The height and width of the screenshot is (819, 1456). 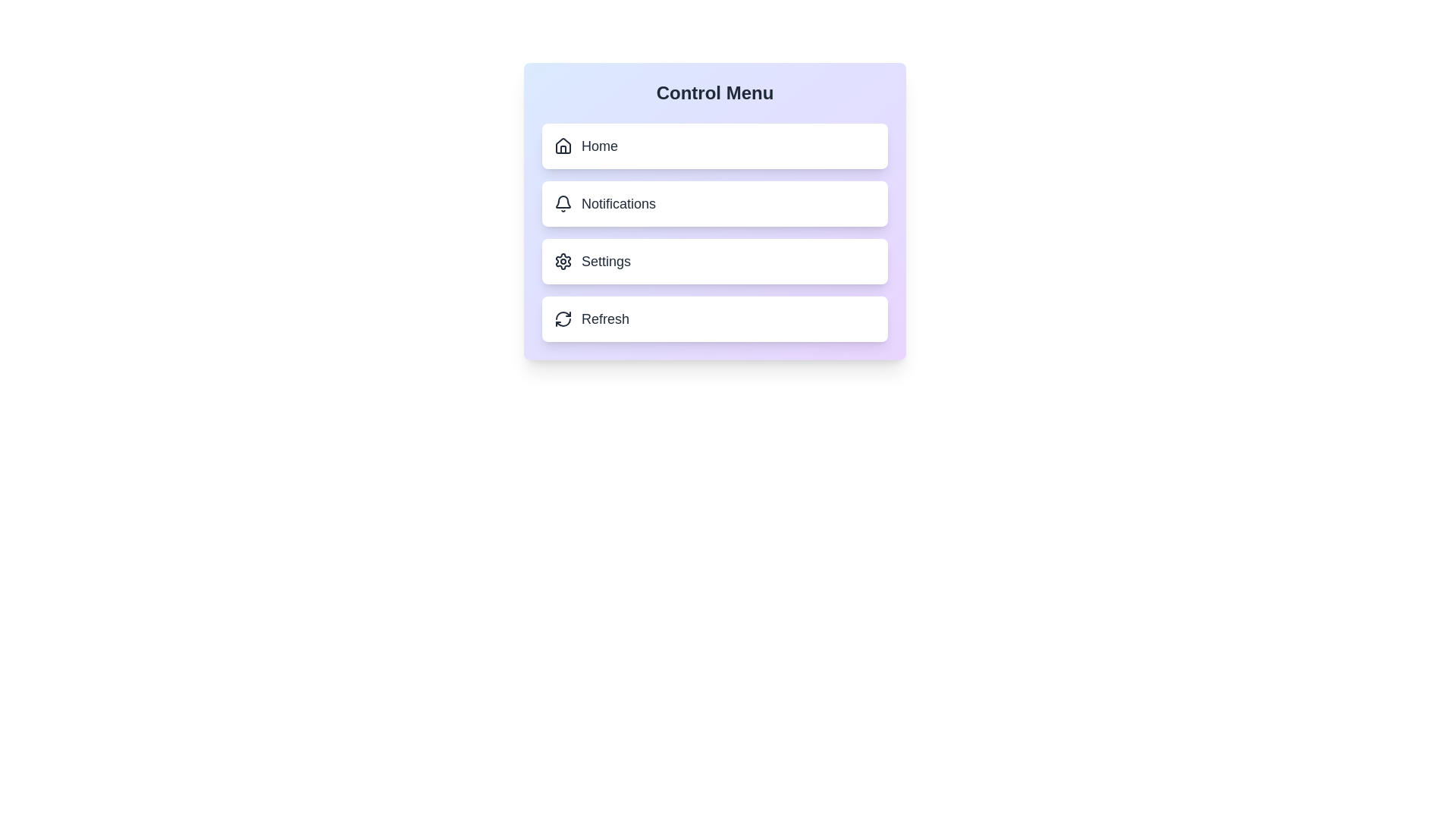 I want to click on the menu option Settings to observe the hover effects, so click(x=714, y=260).